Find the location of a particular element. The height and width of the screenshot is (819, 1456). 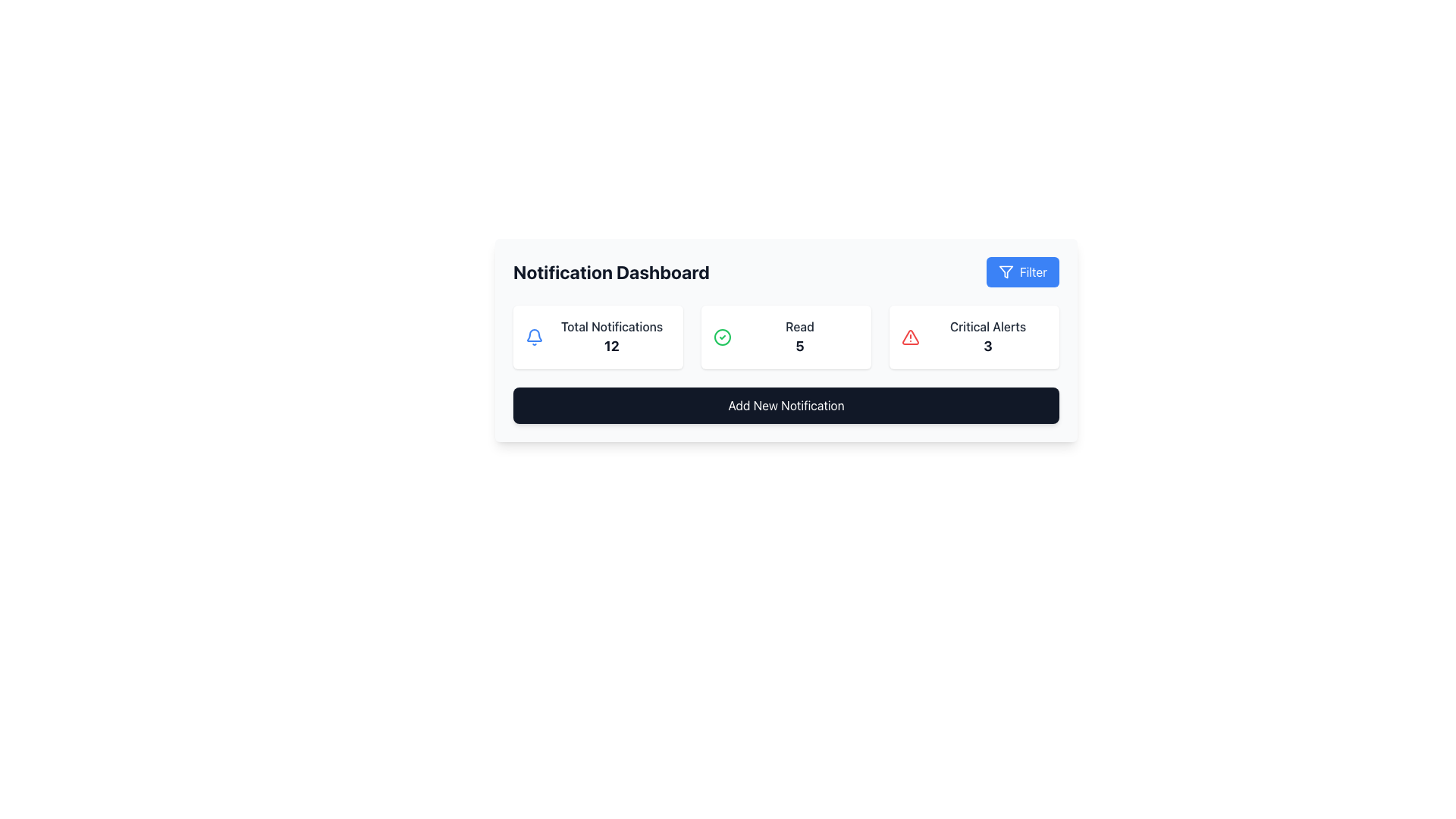

the Text Display that shows the number of critical alerts, located in the third card from the left with a red alert icon to the left of the text is located at coordinates (987, 336).